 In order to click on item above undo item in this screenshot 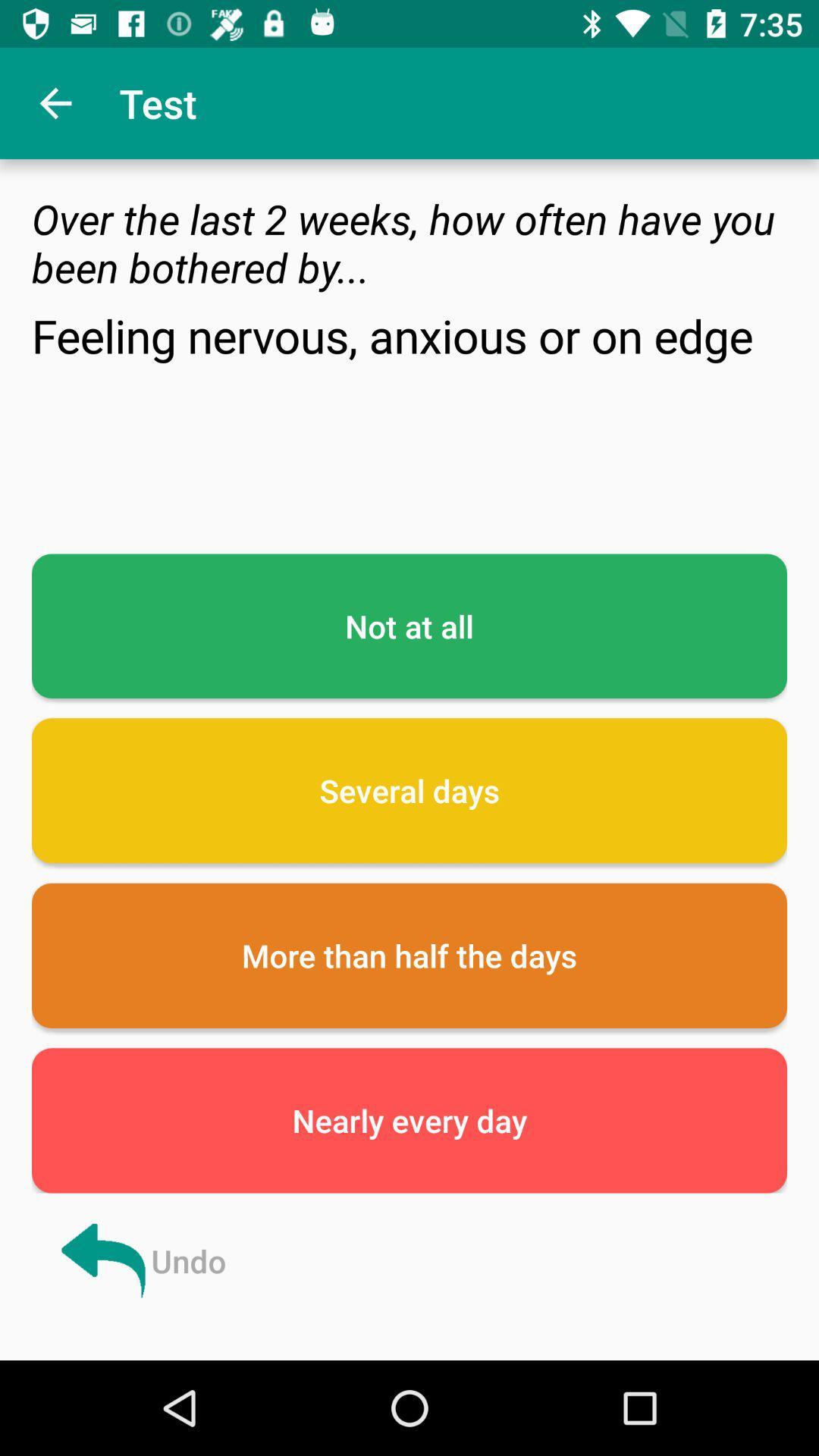, I will do `click(409, 1120)`.